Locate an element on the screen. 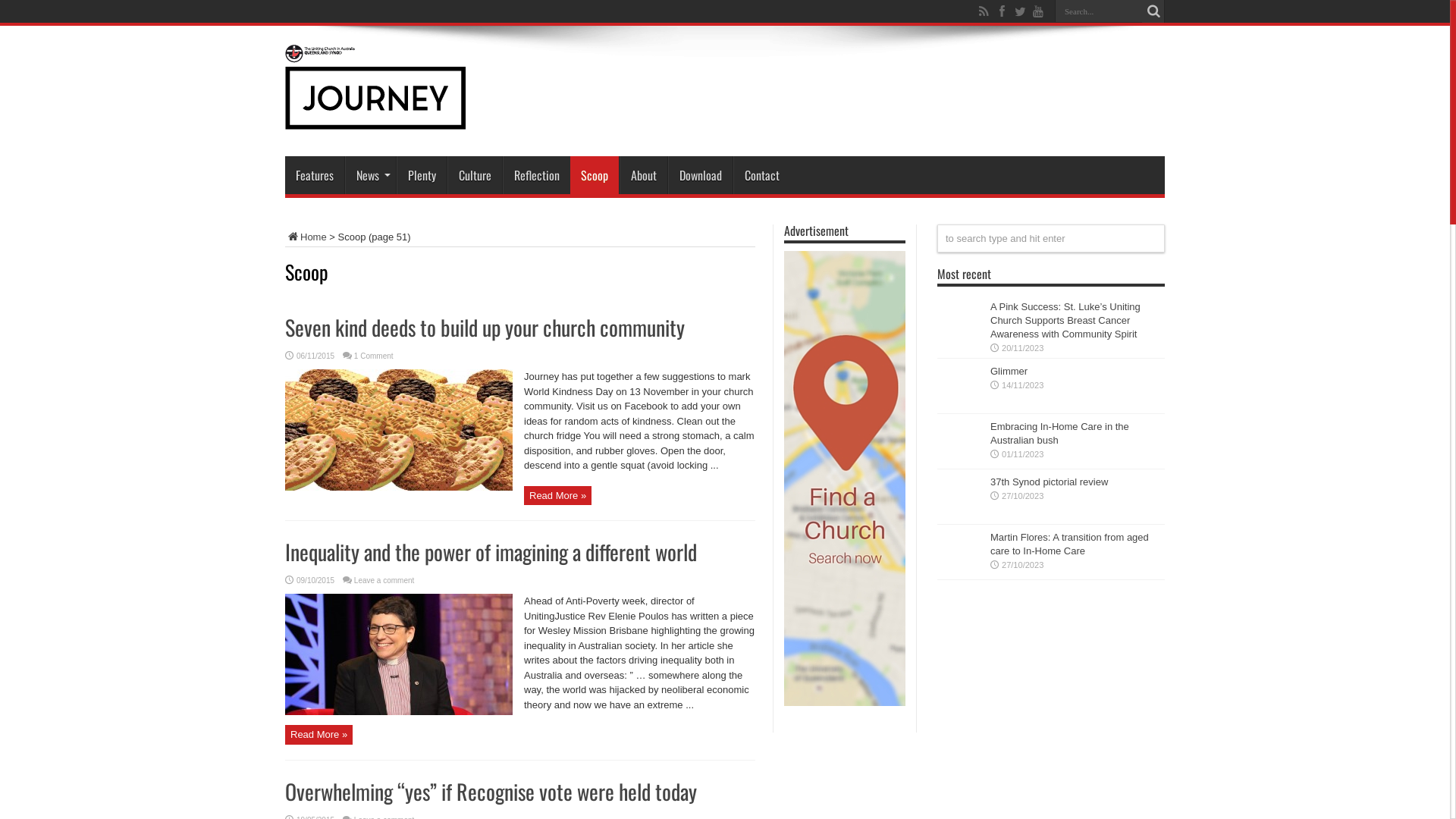 Image resolution: width=1456 pixels, height=819 pixels. 'Search' is located at coordinates (1153, 11).